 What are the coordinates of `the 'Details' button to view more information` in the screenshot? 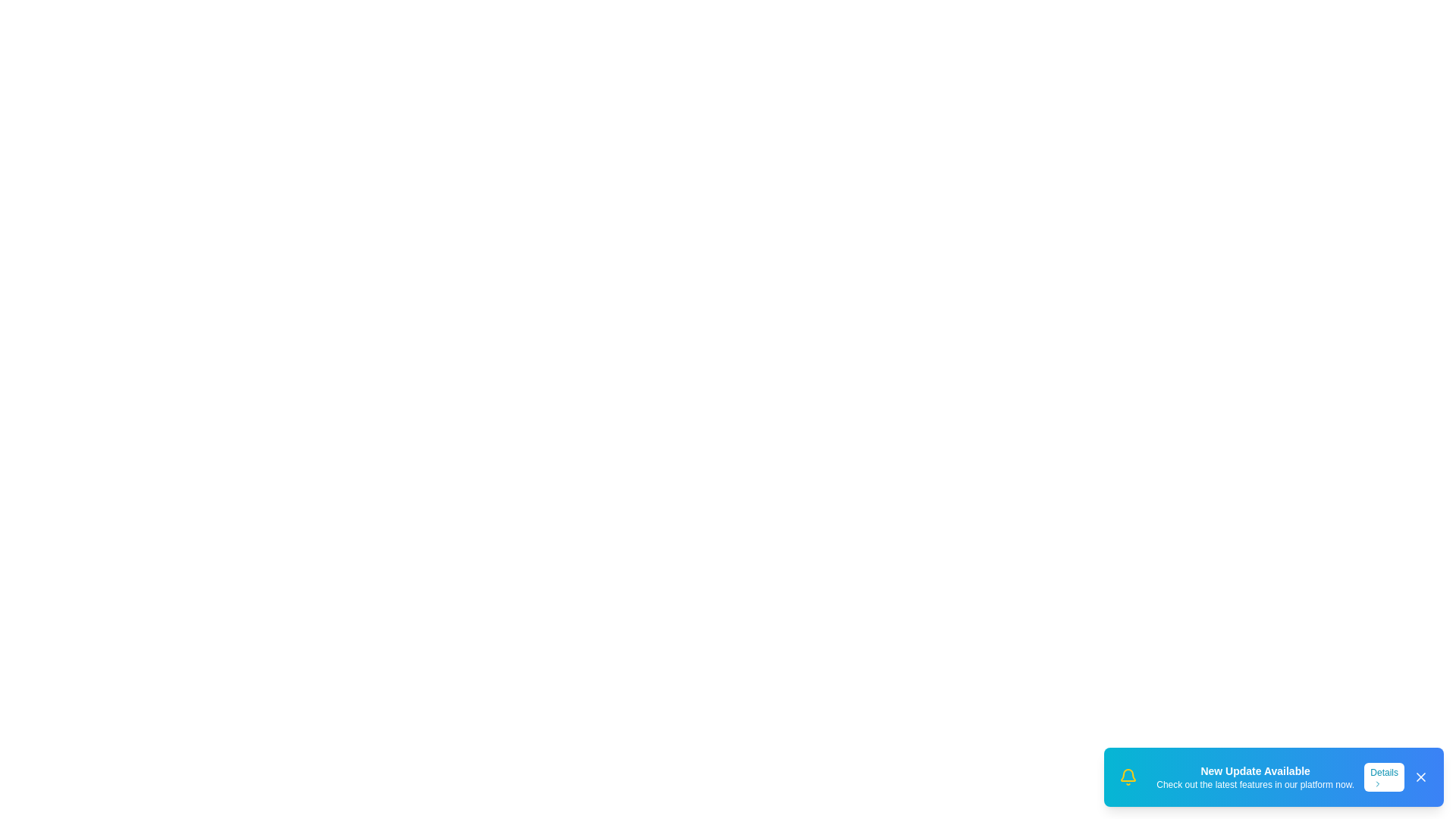 It's located at (1383, 777).